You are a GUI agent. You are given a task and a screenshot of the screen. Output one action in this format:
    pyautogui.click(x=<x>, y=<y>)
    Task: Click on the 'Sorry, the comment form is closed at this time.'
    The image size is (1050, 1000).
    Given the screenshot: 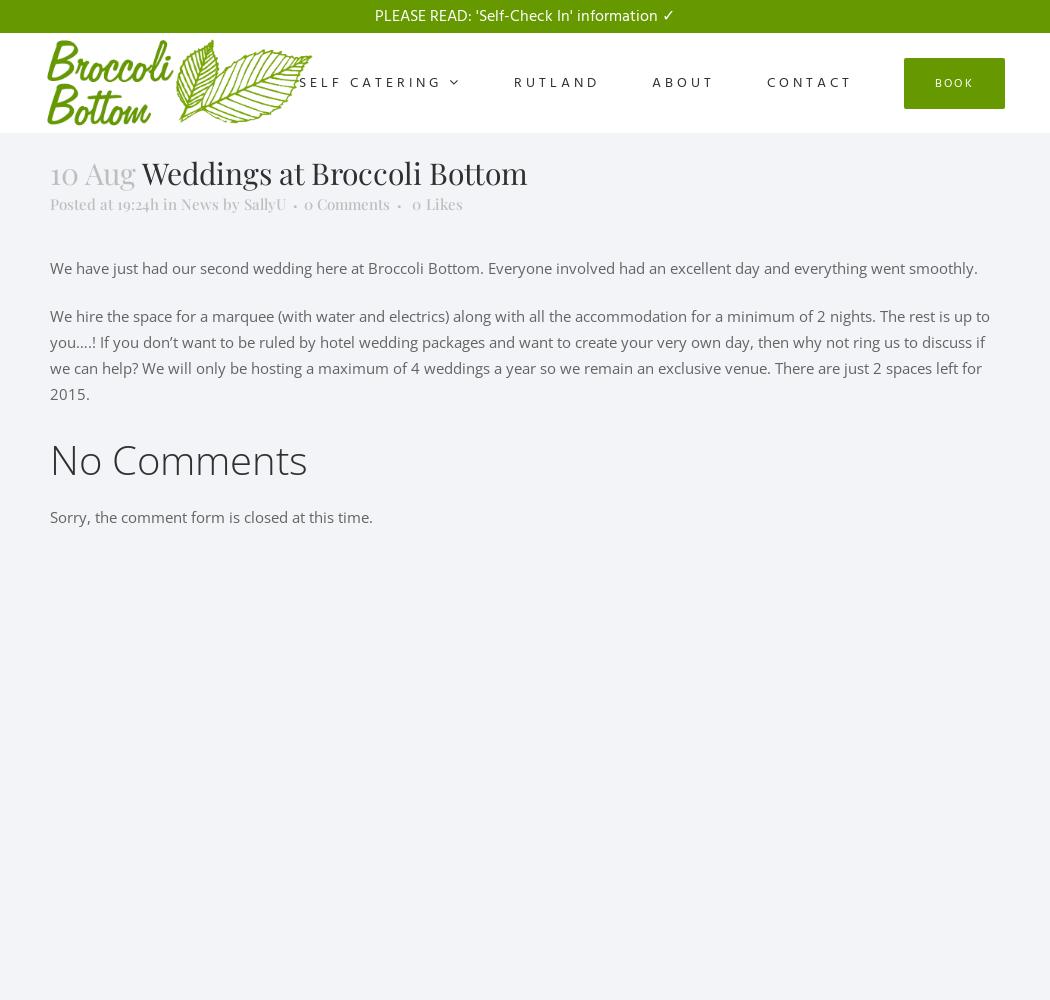 What is the action you would take?
    pyautogui.click(x=210, y=517)
    